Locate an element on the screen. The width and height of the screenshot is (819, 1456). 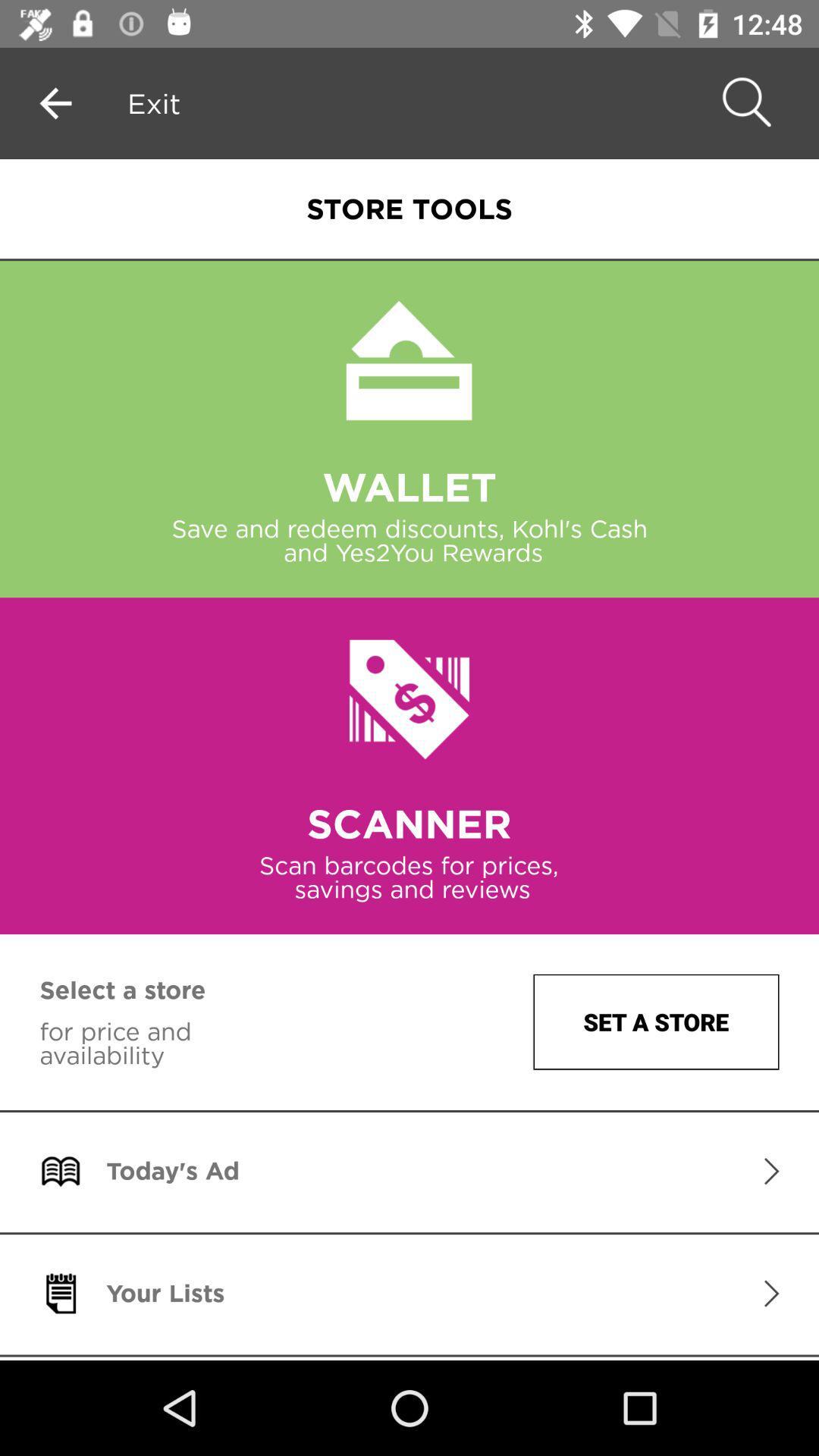
the item next to store tools icon is located at coordinates (154, 102).